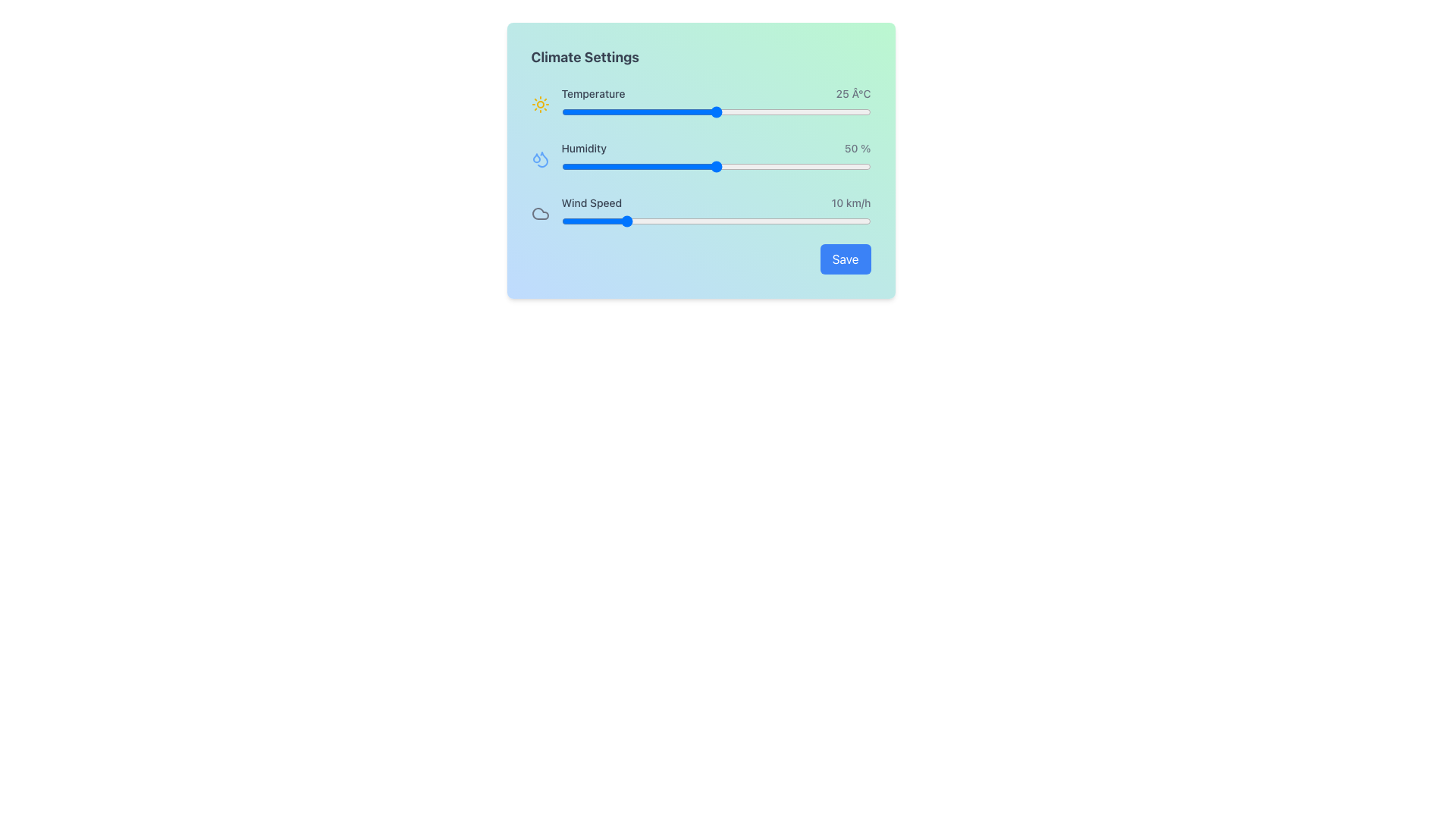 Image resolution: width=1456 pixels, height=819 pixels. I want to click on the humidity icon located to the left of the 'Humidity' text in the climate settings interface, so click(540, 158).